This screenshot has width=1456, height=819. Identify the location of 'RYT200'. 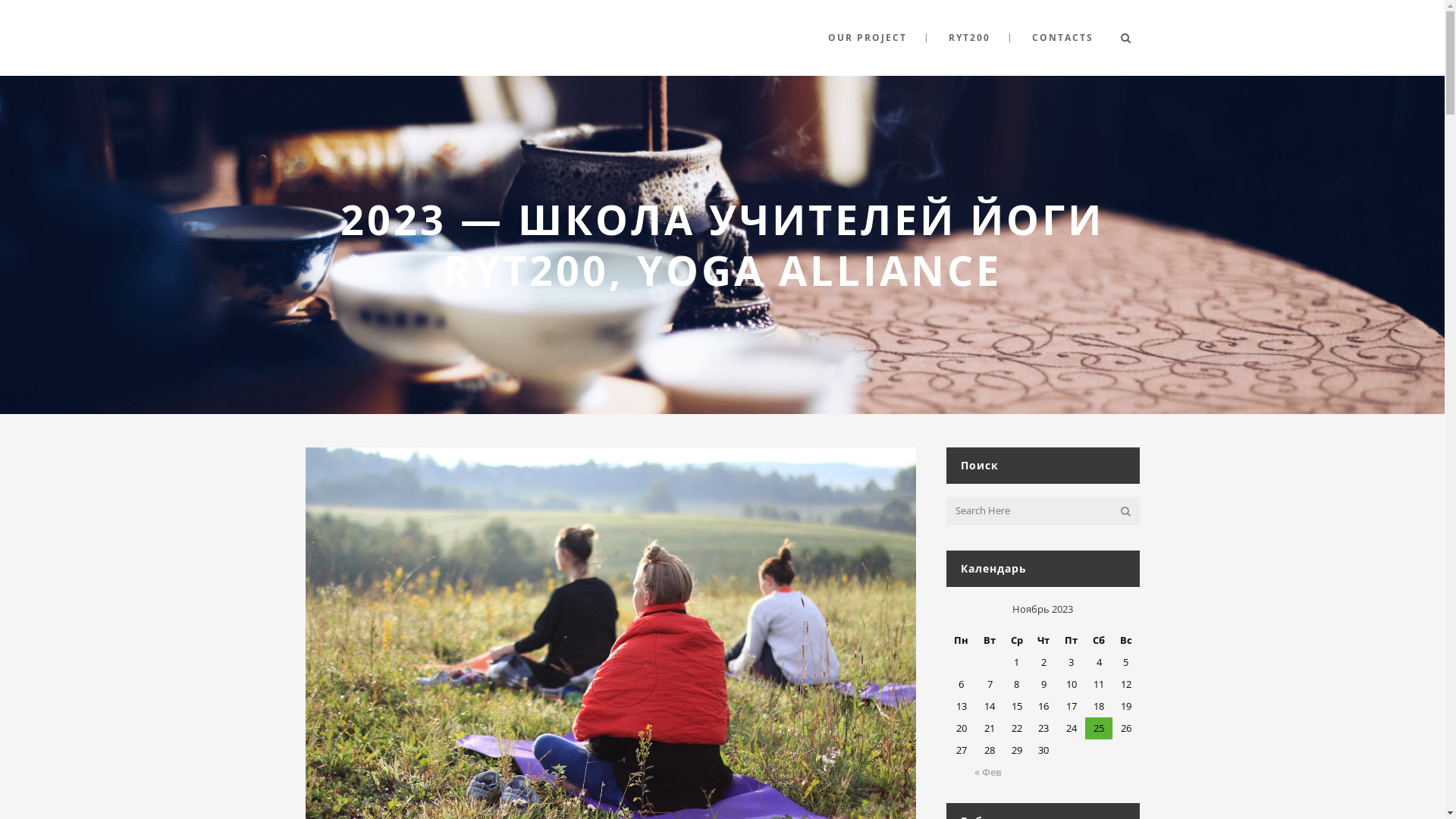
(928, 37).